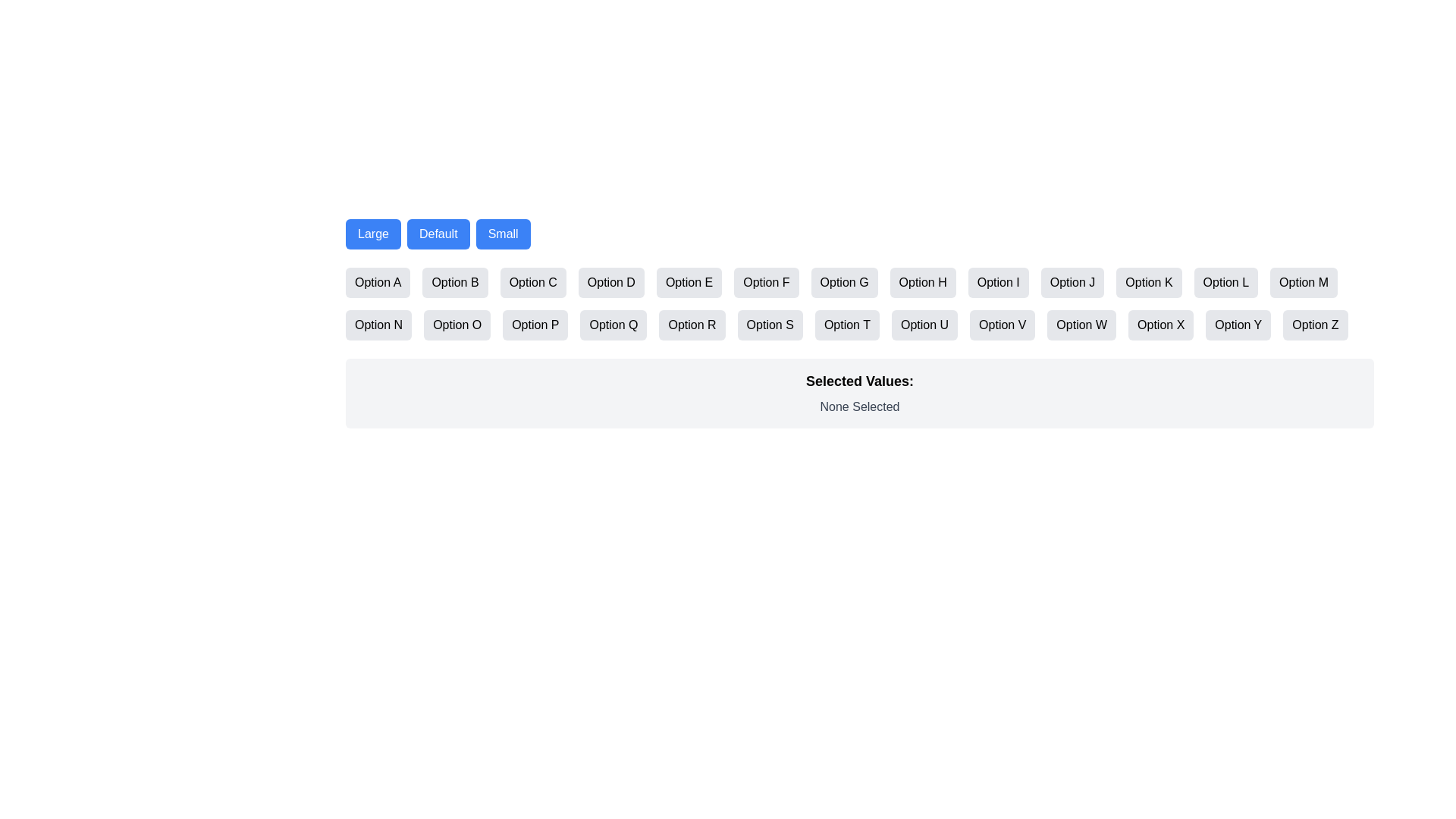  I want to click on the 'Option C' button, which is a rectangular component with rounded corners and a light gray background, for interaction, so click(533, 283).